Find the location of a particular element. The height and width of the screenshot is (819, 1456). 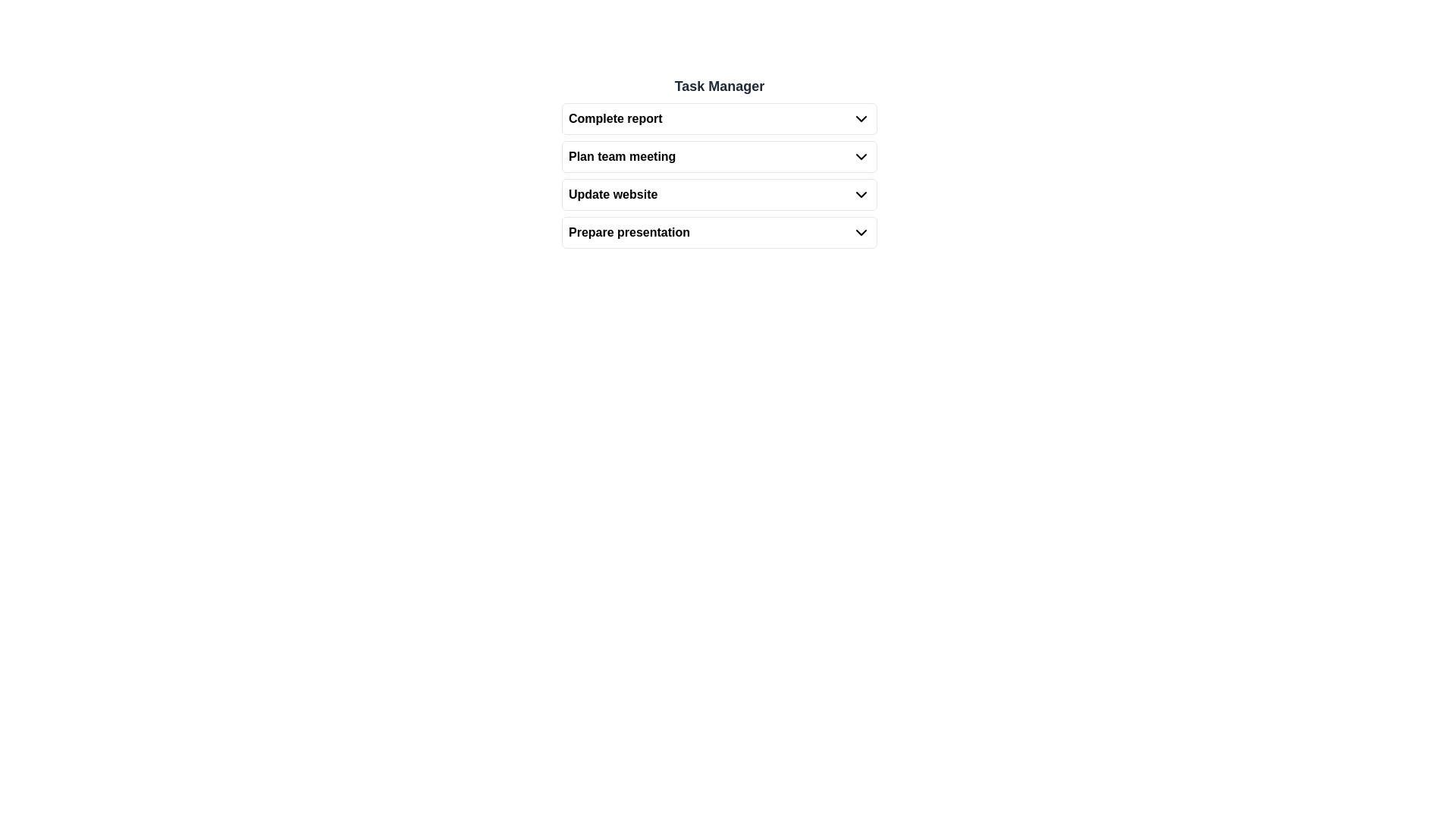

the static text element that reads 'Plan team meeting', which is the second item in the vertical list within the 'Task Manager' box is located at coordinates (622, 157).